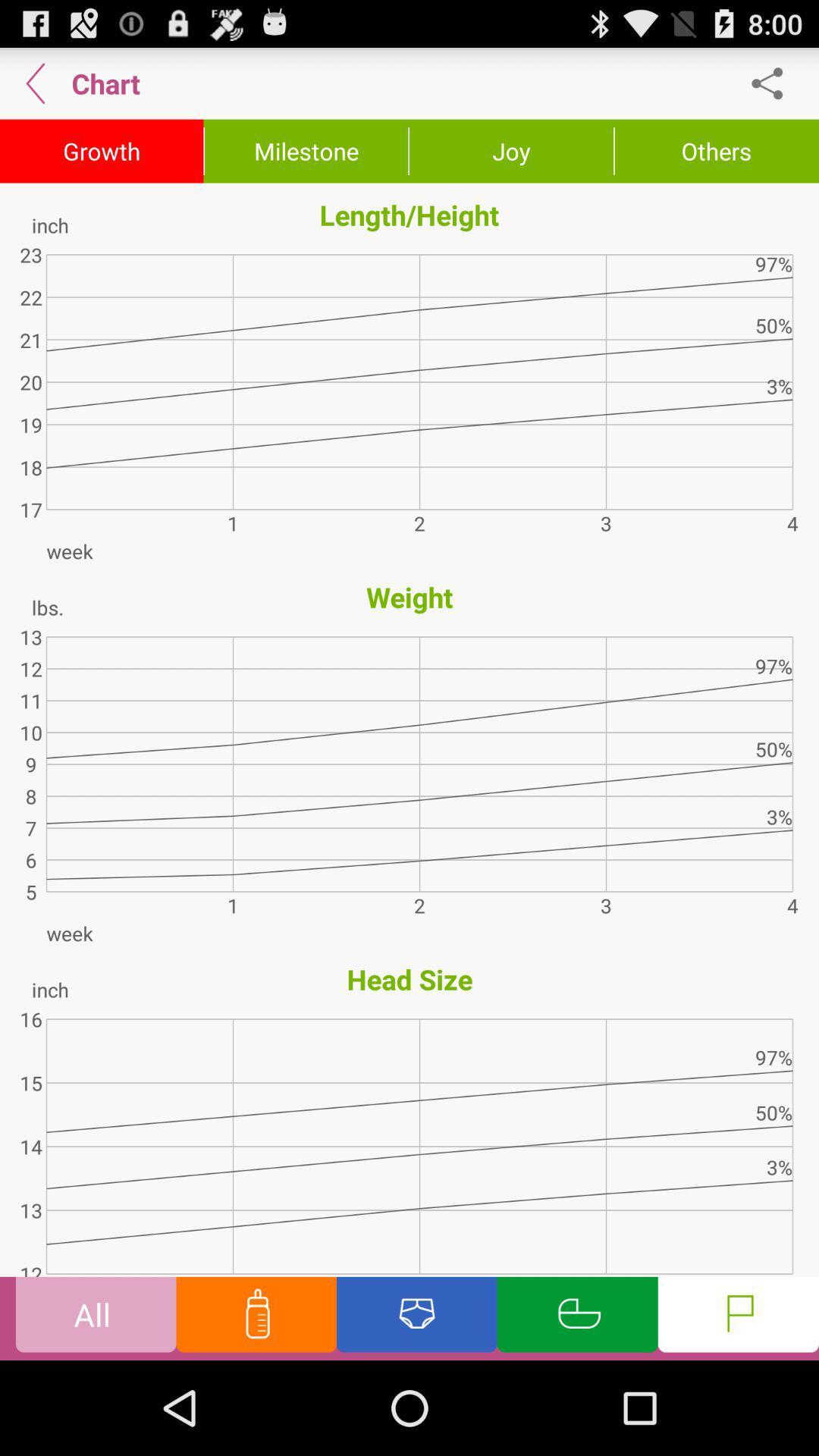 This screenshot has height=1456, width=819. I want to click on the arrow_backward icon, so click(35, 89).